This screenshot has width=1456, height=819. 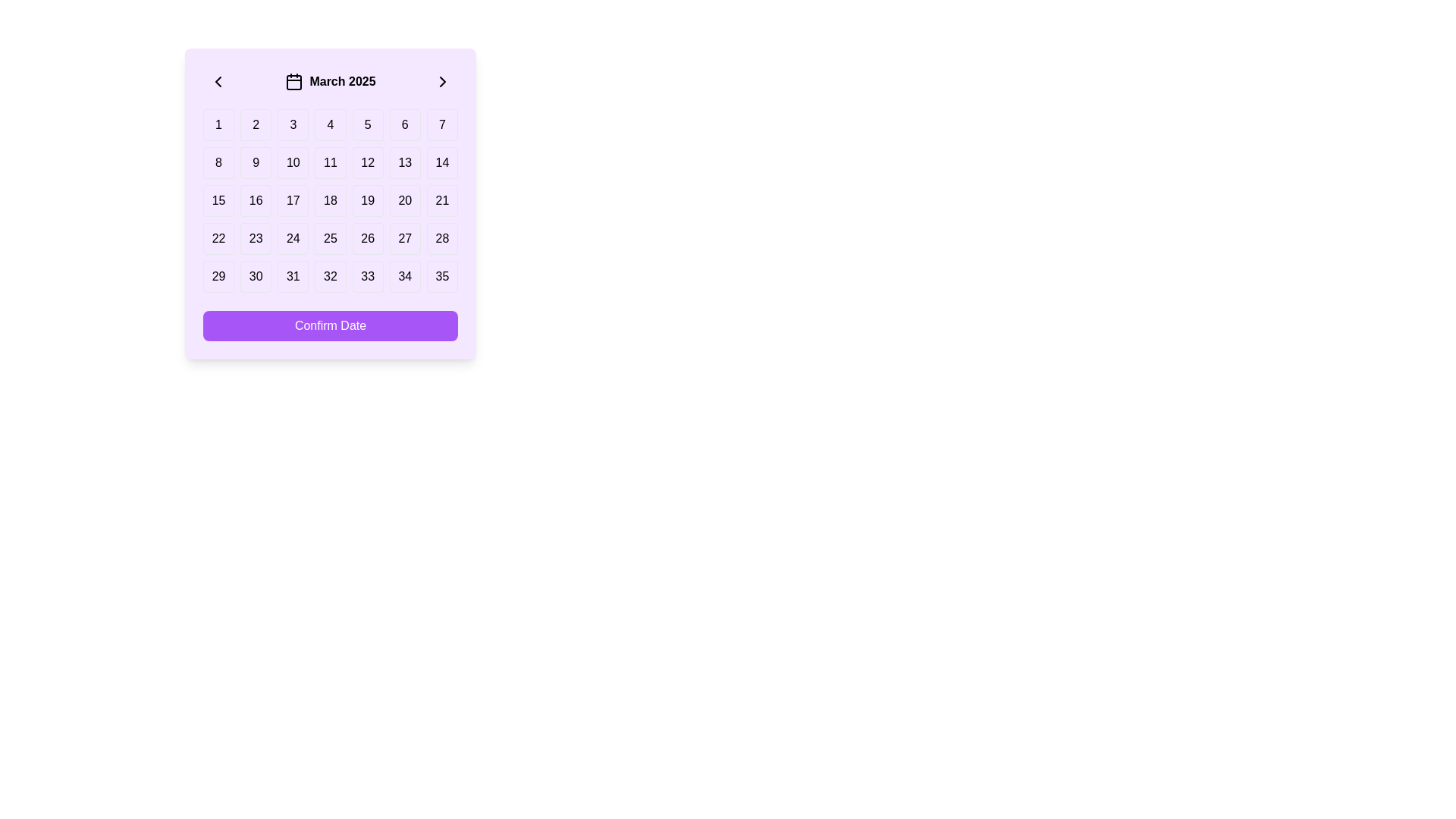 What do you see at coordinates (367, 200) in the screenshot?
I see `the date selection cell displaying '19' in the calendar UI` at bounding box center [367, 200].